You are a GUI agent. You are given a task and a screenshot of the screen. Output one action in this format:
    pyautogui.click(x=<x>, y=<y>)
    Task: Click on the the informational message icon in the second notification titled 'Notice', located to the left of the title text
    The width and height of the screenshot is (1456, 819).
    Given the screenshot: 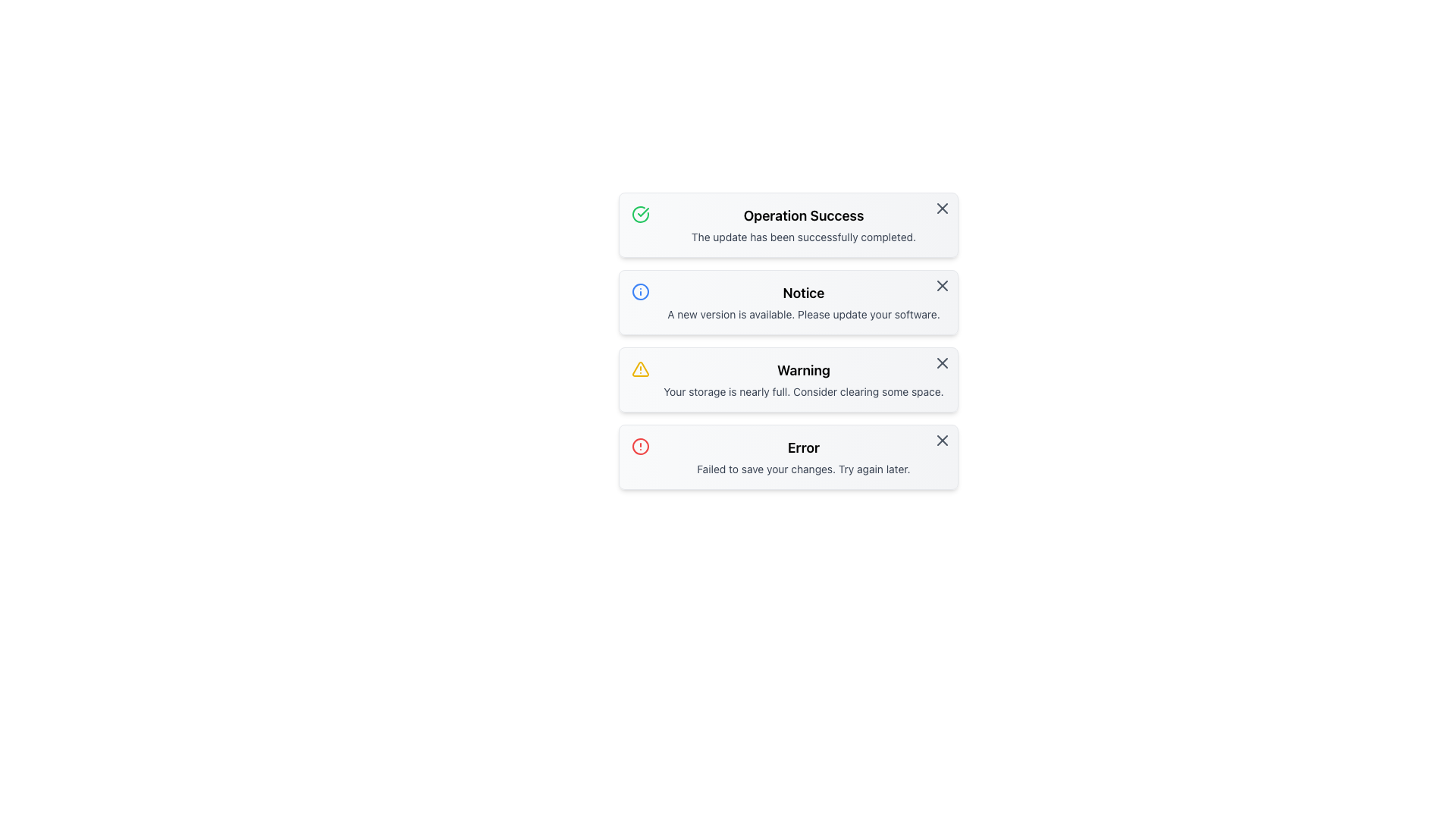 What is the action you would take?
    pyautogui.click(x=640, y=292)
    